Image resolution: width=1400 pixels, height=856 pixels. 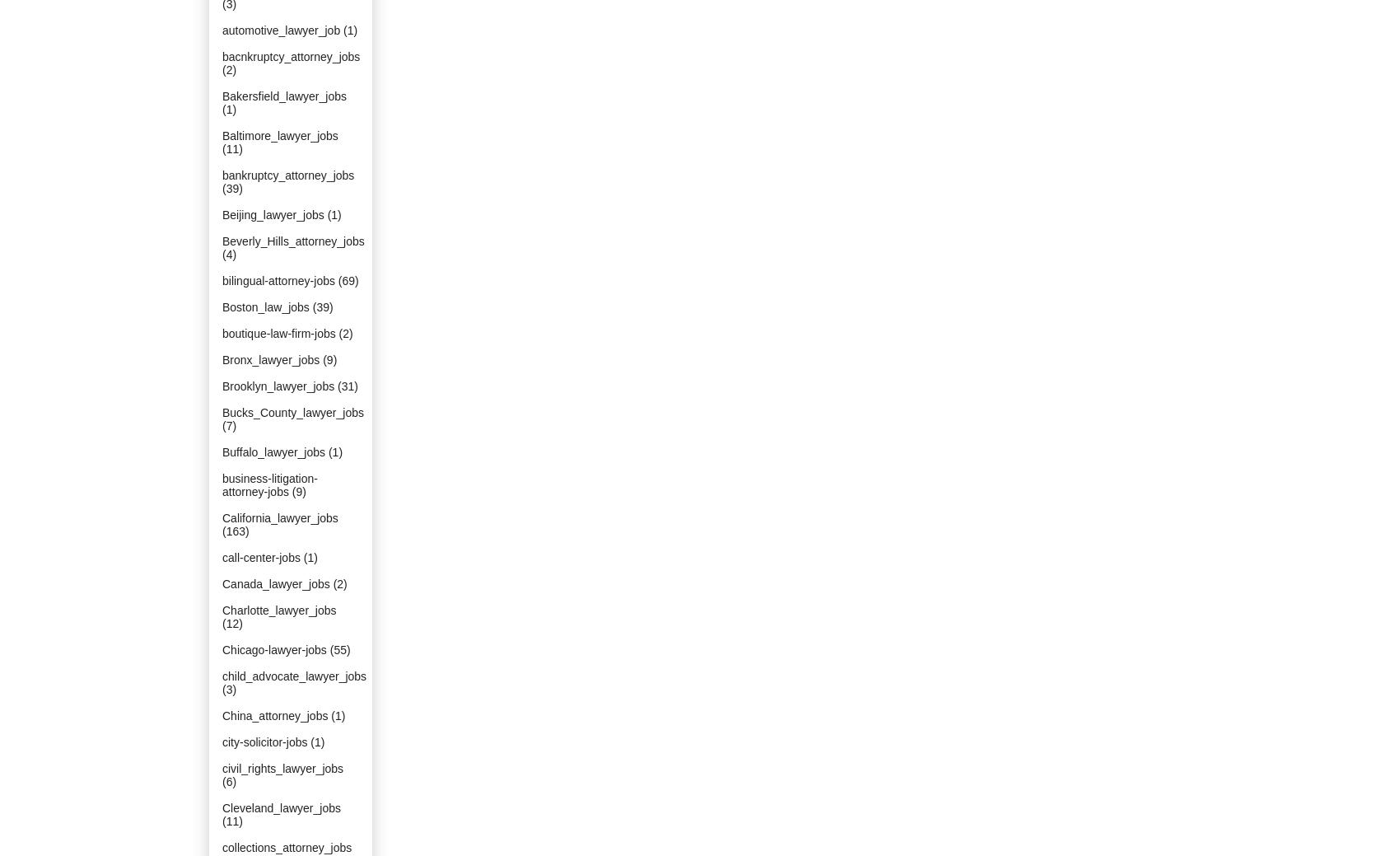 What do you see at coordinates (346, 386) in the screenshot?
I see `'(31)'` at bounding box center [346, 386].